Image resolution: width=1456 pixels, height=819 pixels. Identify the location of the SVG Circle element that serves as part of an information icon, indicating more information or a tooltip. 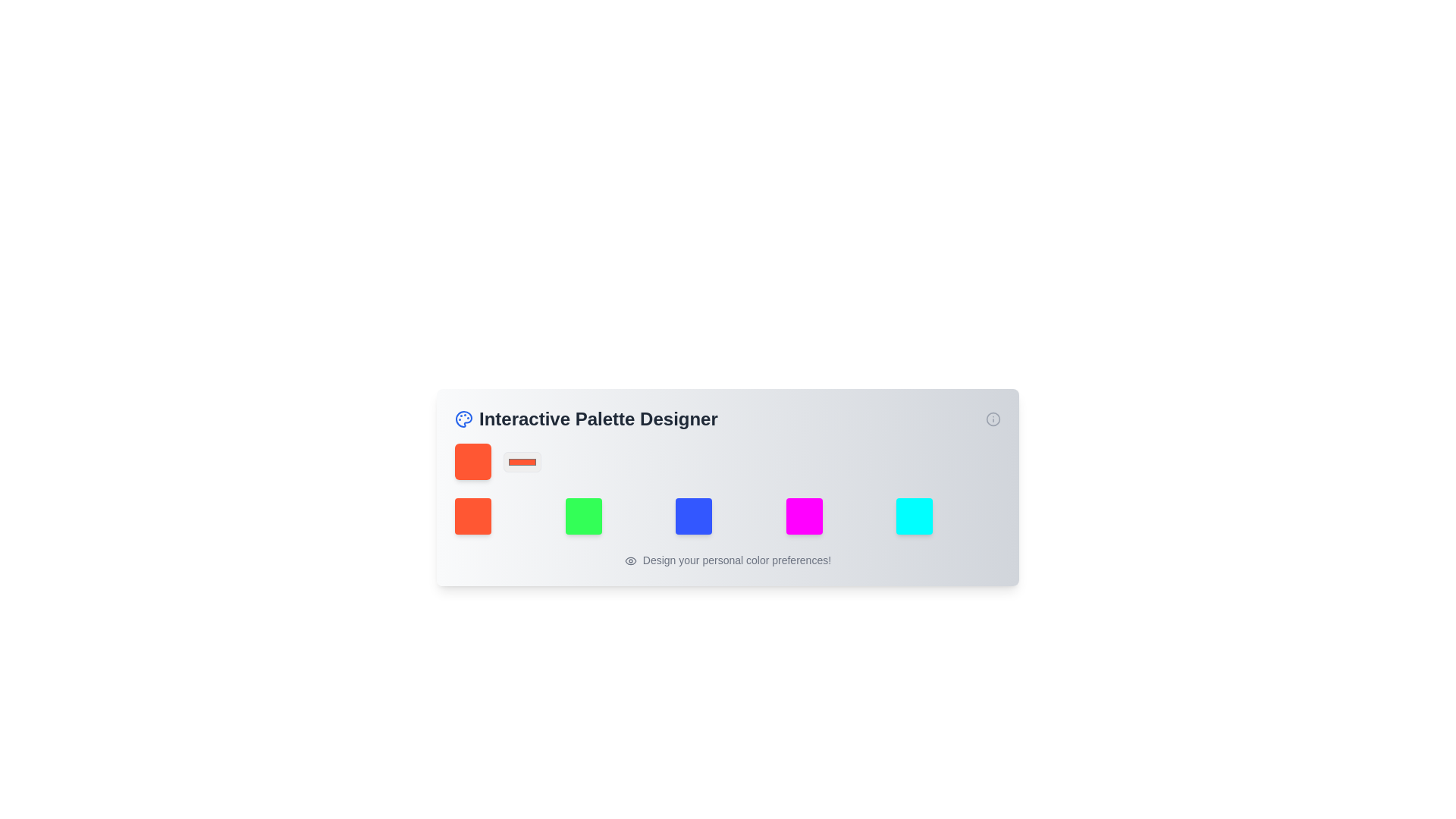
(993, 419).